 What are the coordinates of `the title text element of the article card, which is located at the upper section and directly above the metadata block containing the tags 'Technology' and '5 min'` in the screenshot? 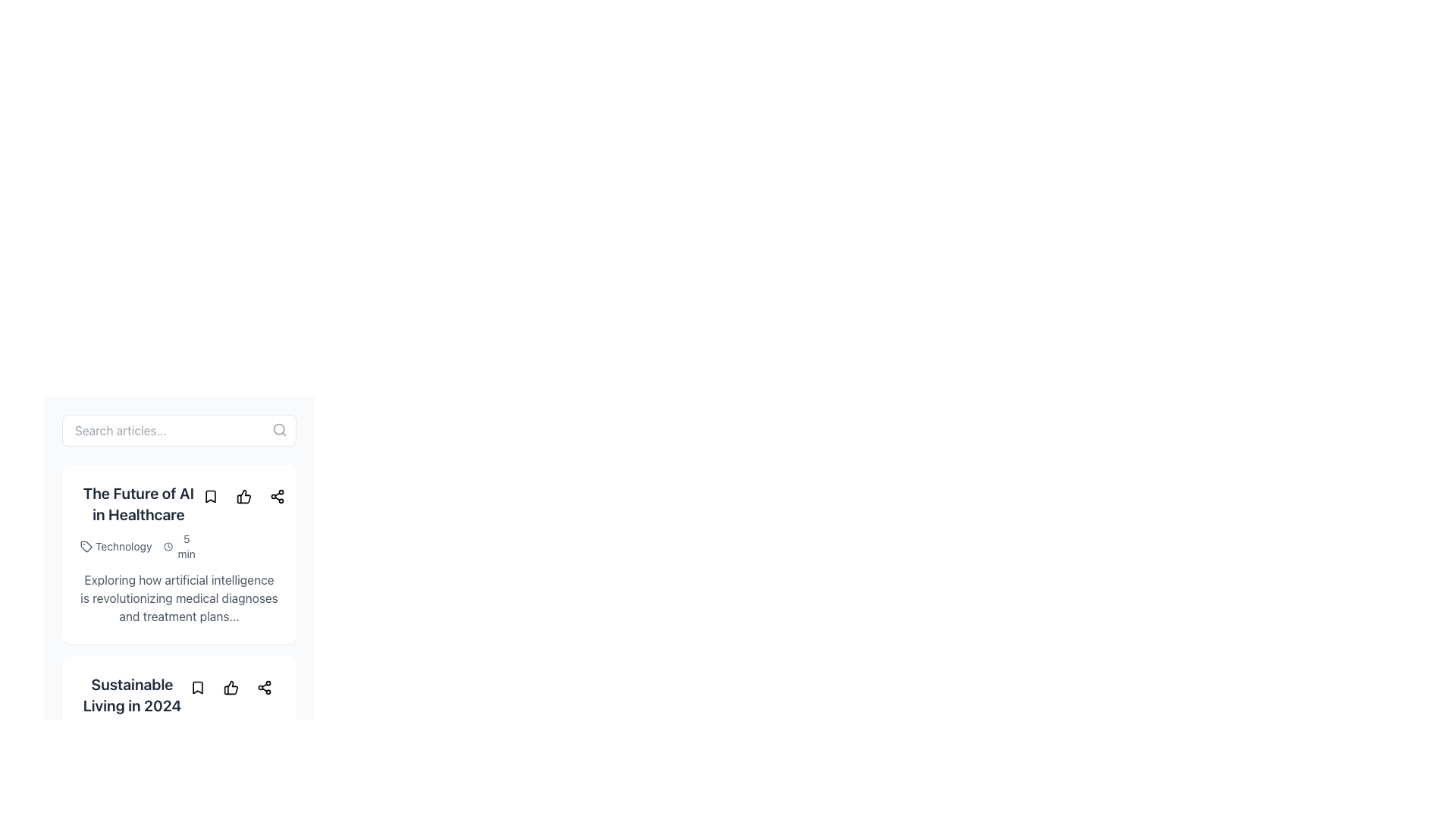 It's located at (138, 504).